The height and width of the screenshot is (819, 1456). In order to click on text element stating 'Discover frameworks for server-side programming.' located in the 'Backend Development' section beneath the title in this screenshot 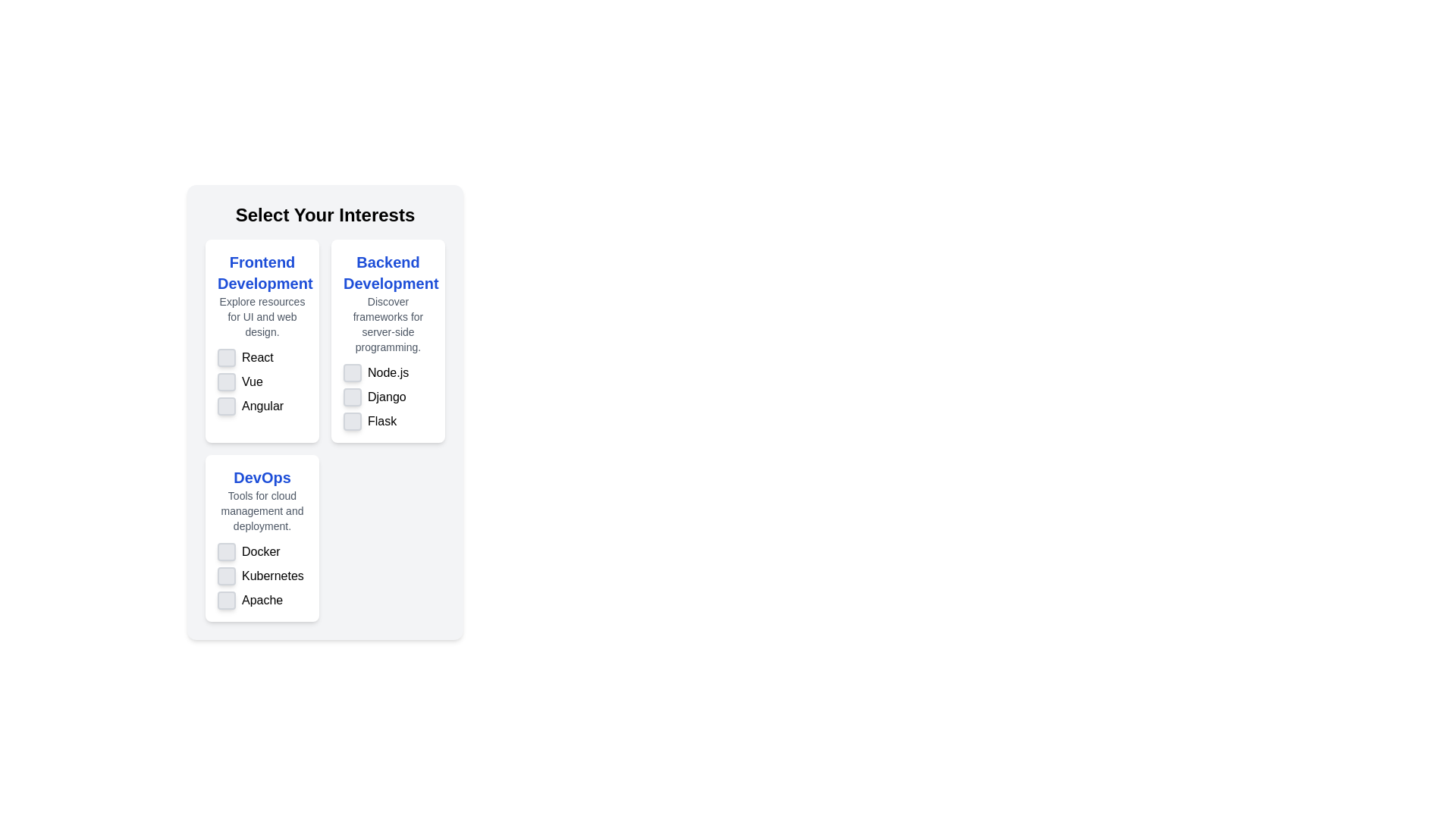, I will do `click(388, 324)`.